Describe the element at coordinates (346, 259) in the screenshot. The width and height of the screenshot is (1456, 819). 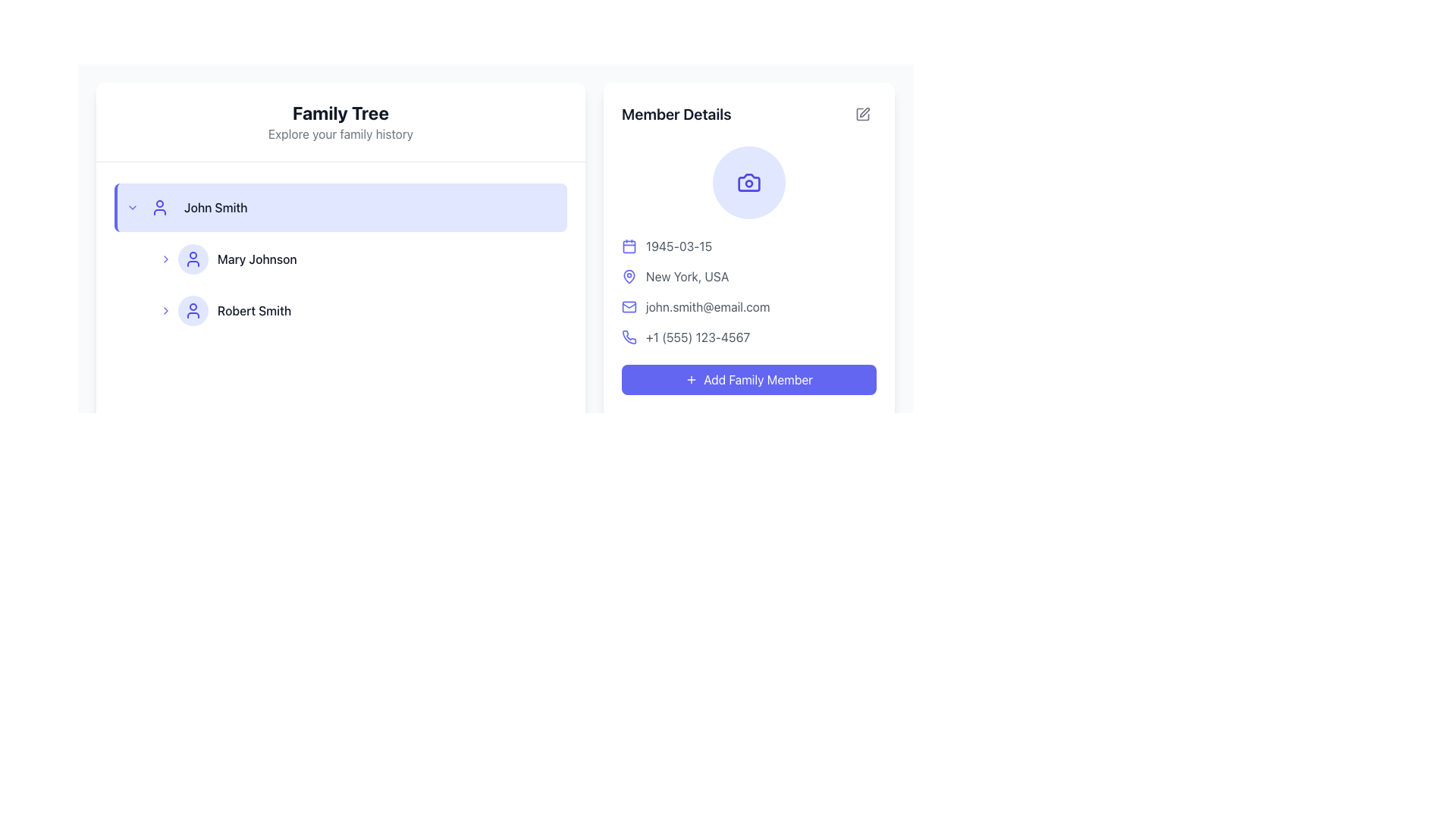
I see `the list item representing the family member 'Mary Johnson' in the Family Tree section by moving the cursor to its center point` at that location.